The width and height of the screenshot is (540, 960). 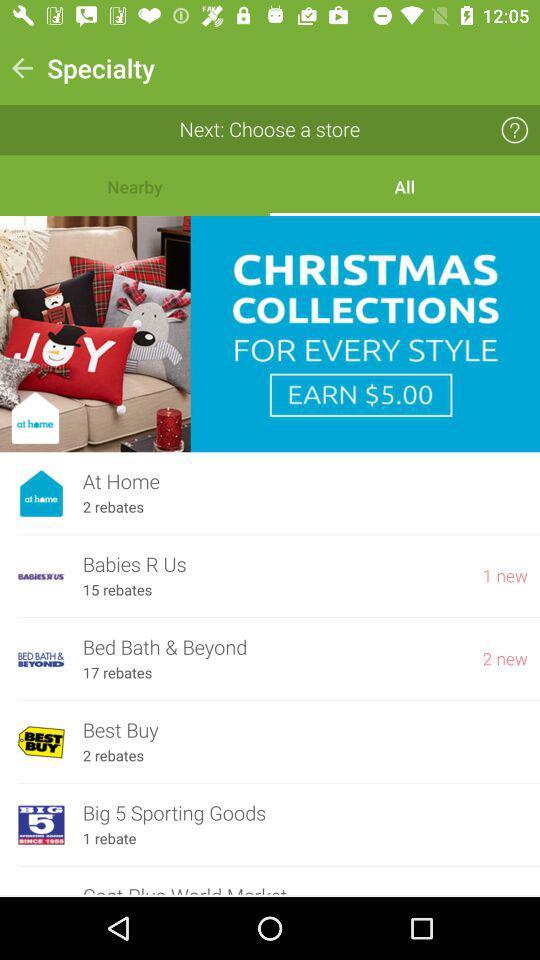 What do you see at coordinates (305, 813) in the screenshot?
I see `the big 5 sporting icon` at bounding box center [305, 813].